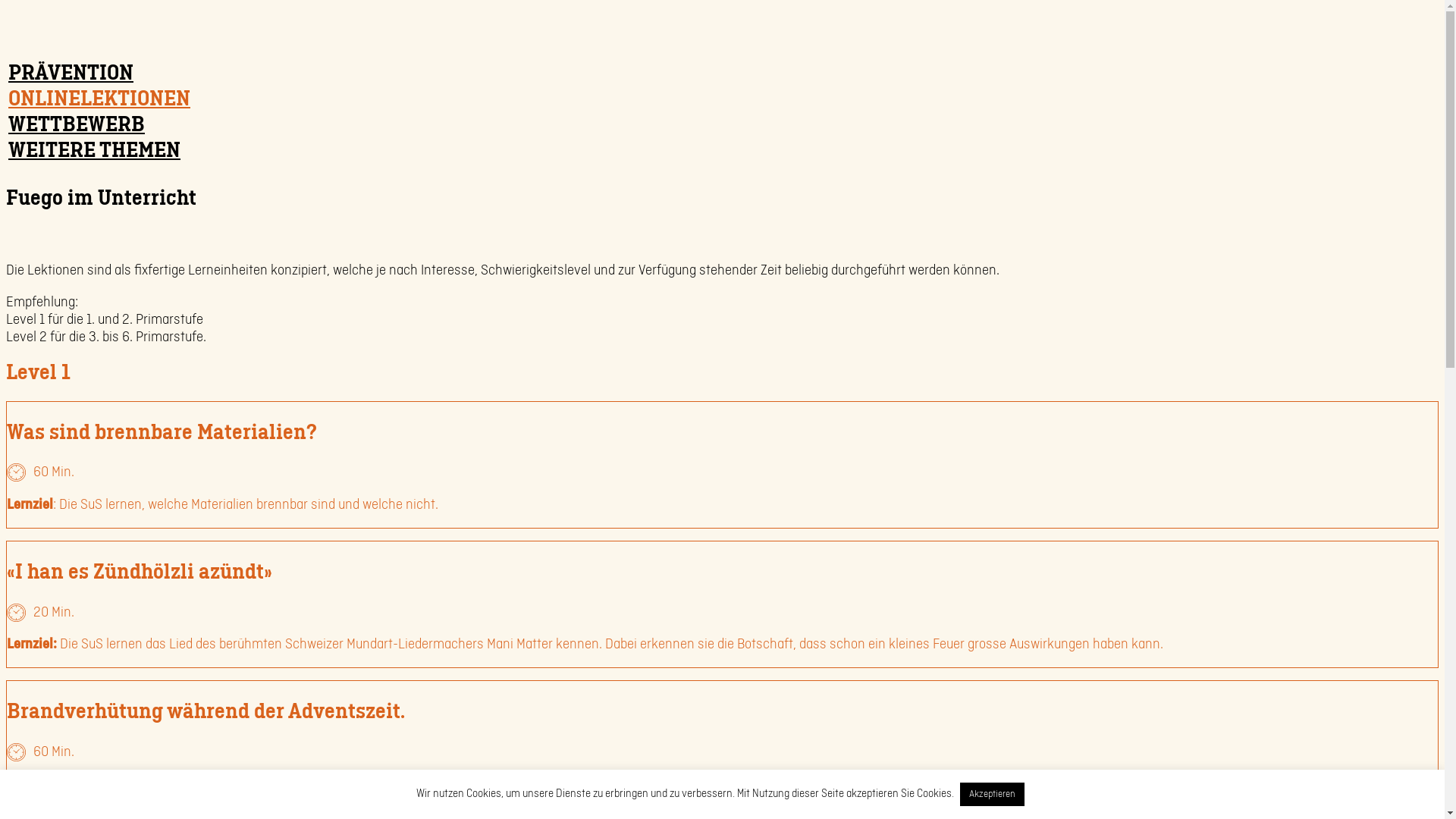 The height and width of the screenshot is (819, 1456). I want to click on 'Akzeptieren', so click(959, 793).